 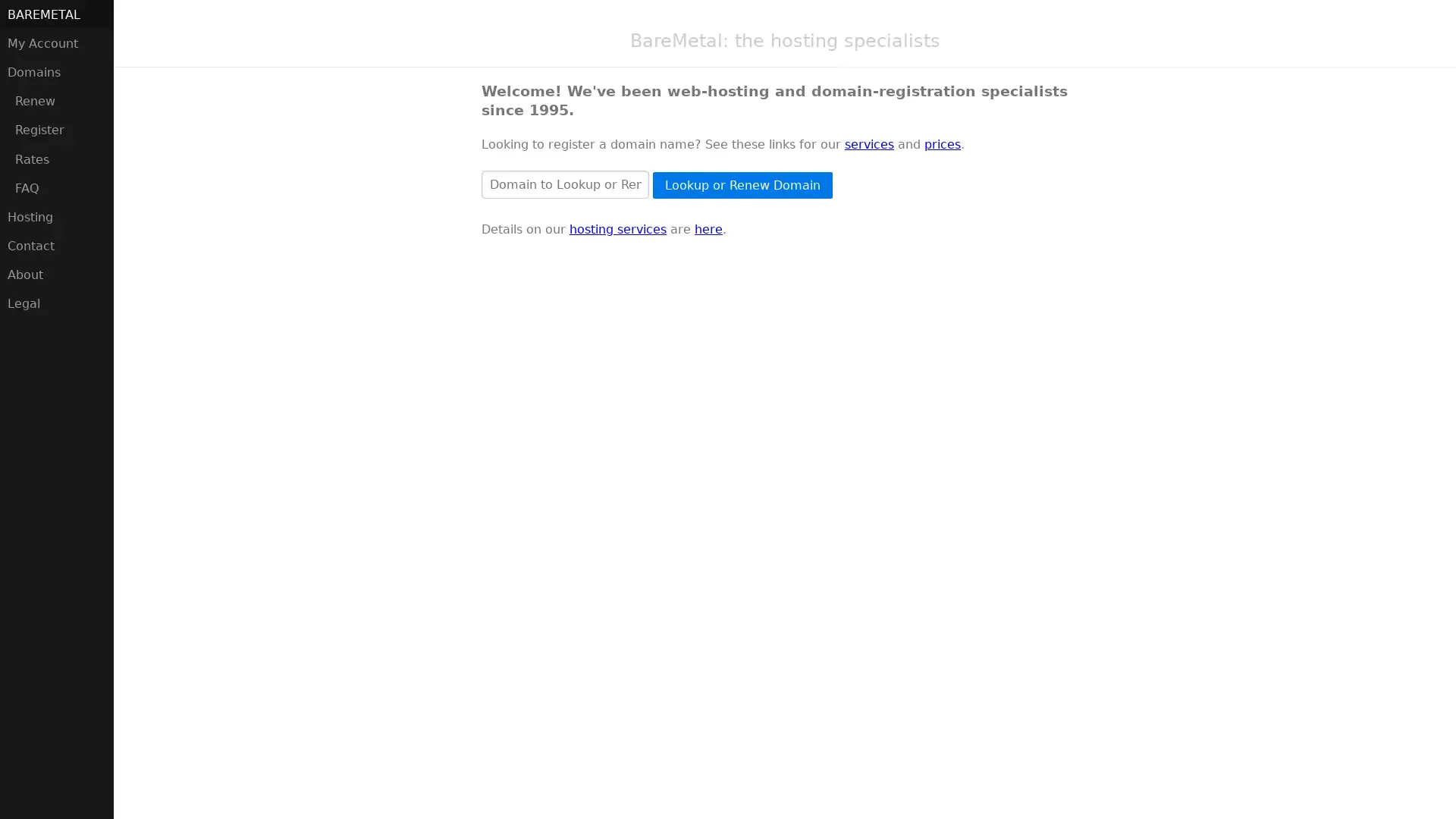 What do you see at coordinates (742, 184) in the screenshot?
I see `Lookup or Renew Domain` at bounding box center [742, 184].